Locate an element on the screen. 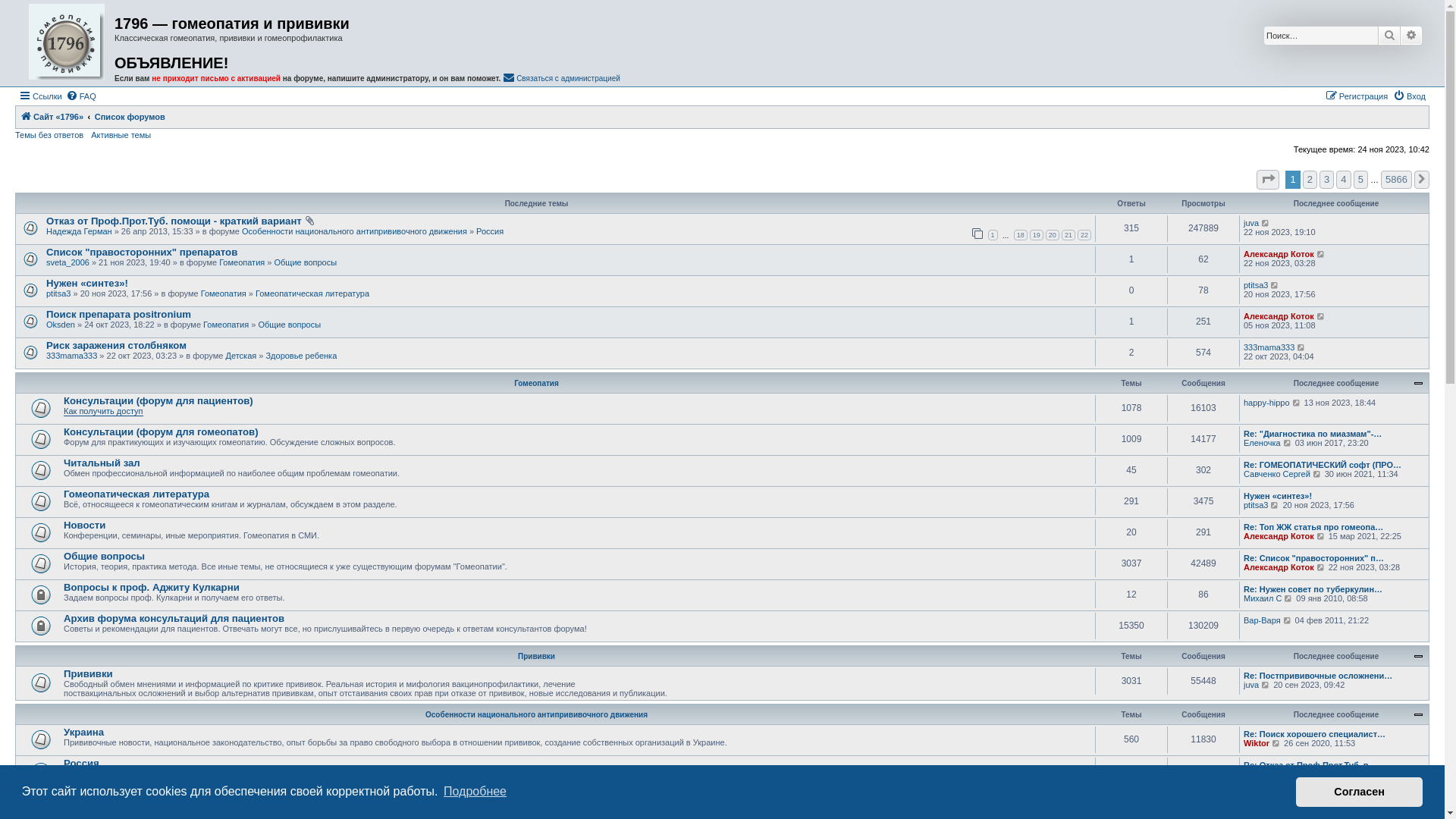 This screenshot has height=819, width=1456. 'Oksden' is located at coordinates (46, 324).